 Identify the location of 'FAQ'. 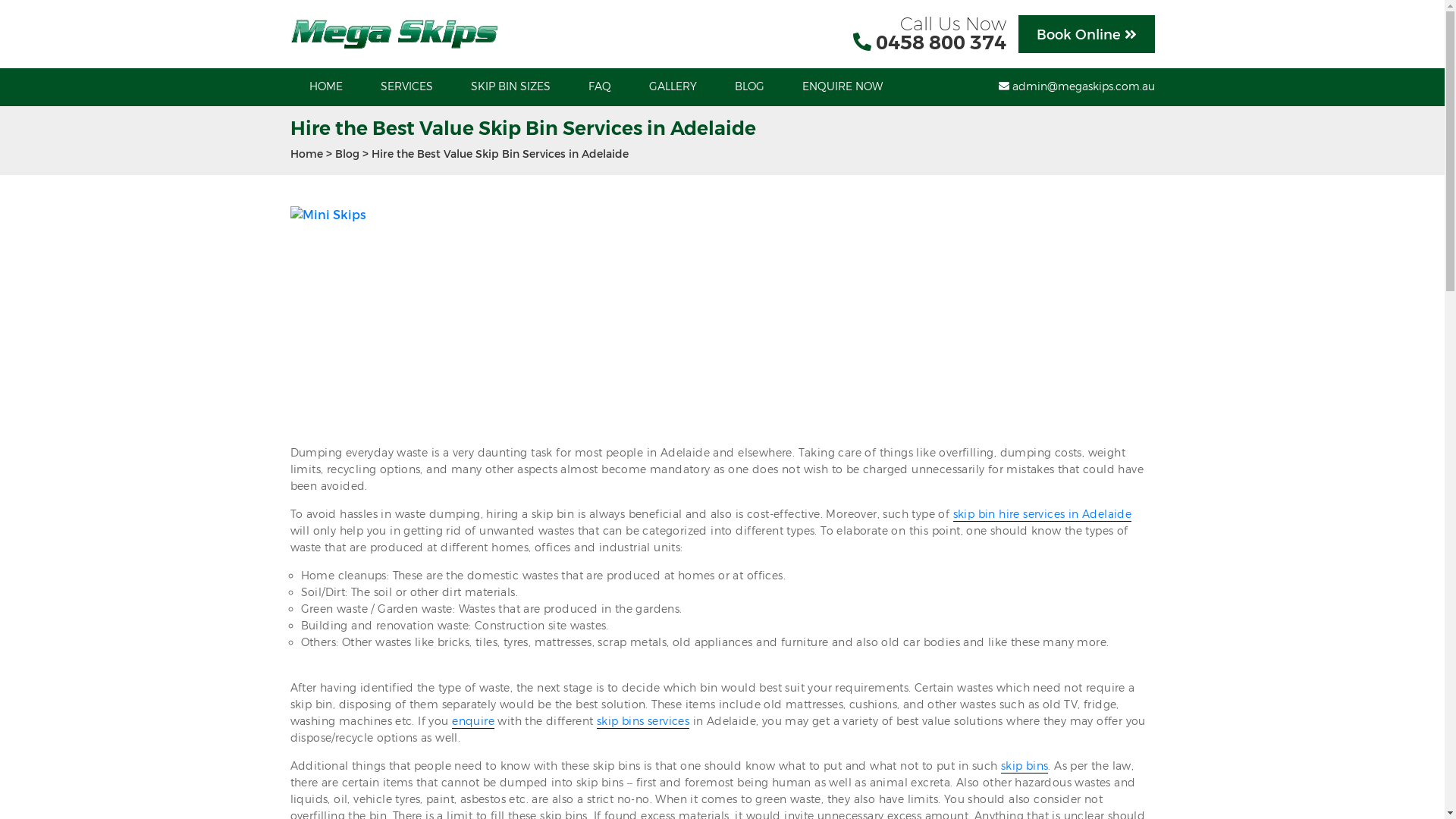
(598, 87).